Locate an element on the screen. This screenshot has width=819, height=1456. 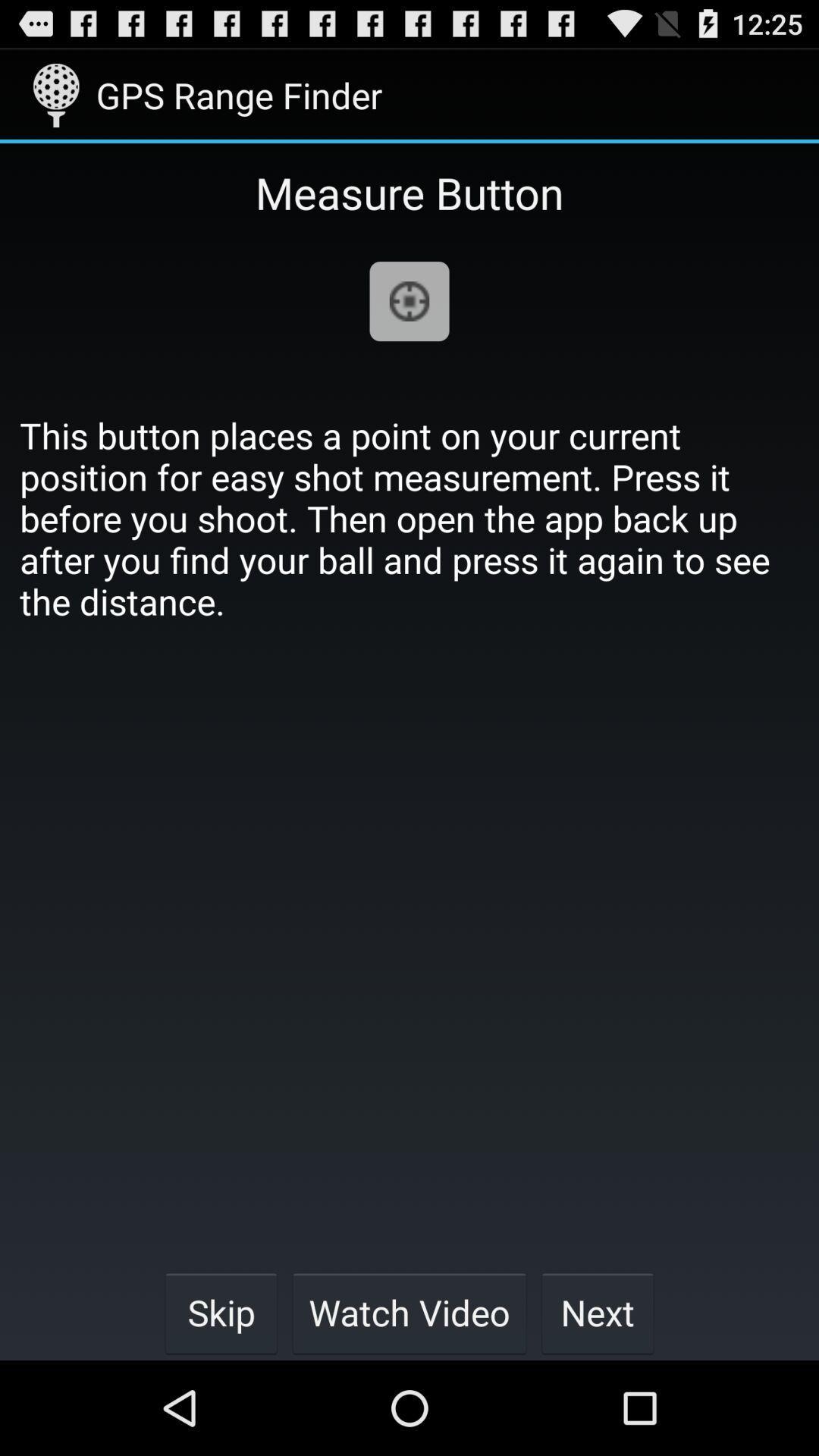
app below the measure button item is located at coordinates (409, 301).